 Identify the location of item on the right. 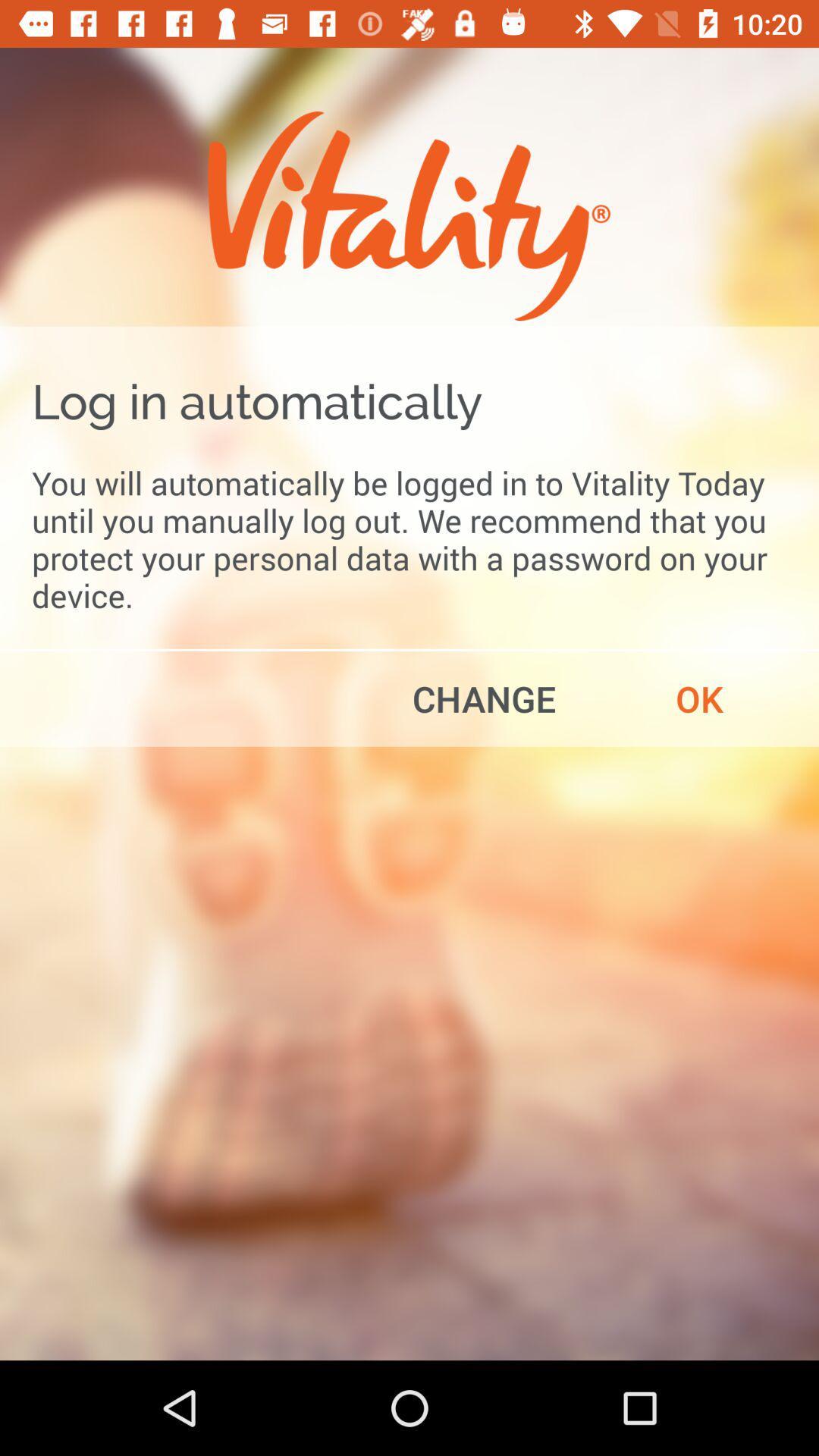
(699, 698).